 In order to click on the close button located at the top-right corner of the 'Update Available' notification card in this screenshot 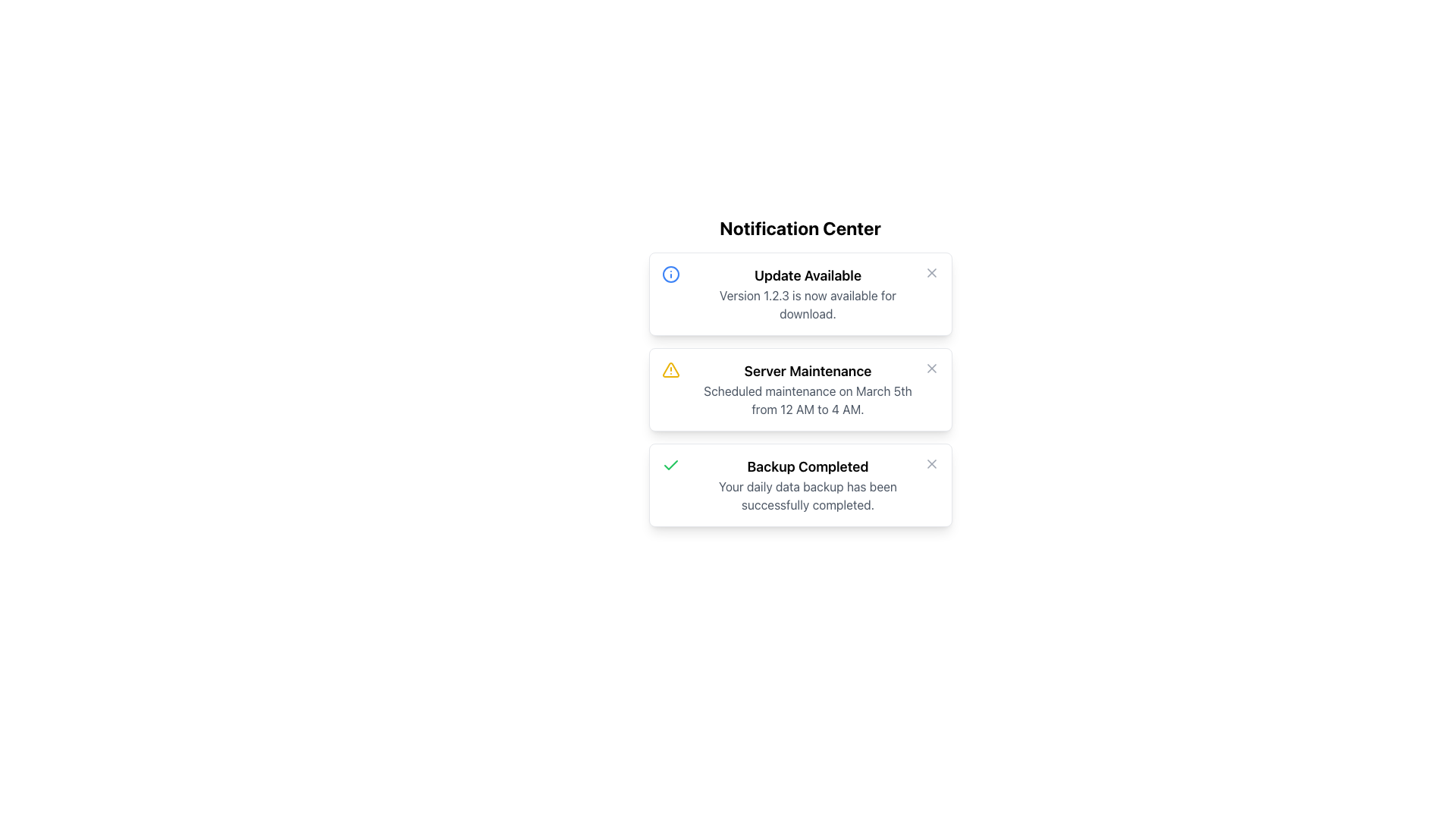, I will do `click(930, 271)`.